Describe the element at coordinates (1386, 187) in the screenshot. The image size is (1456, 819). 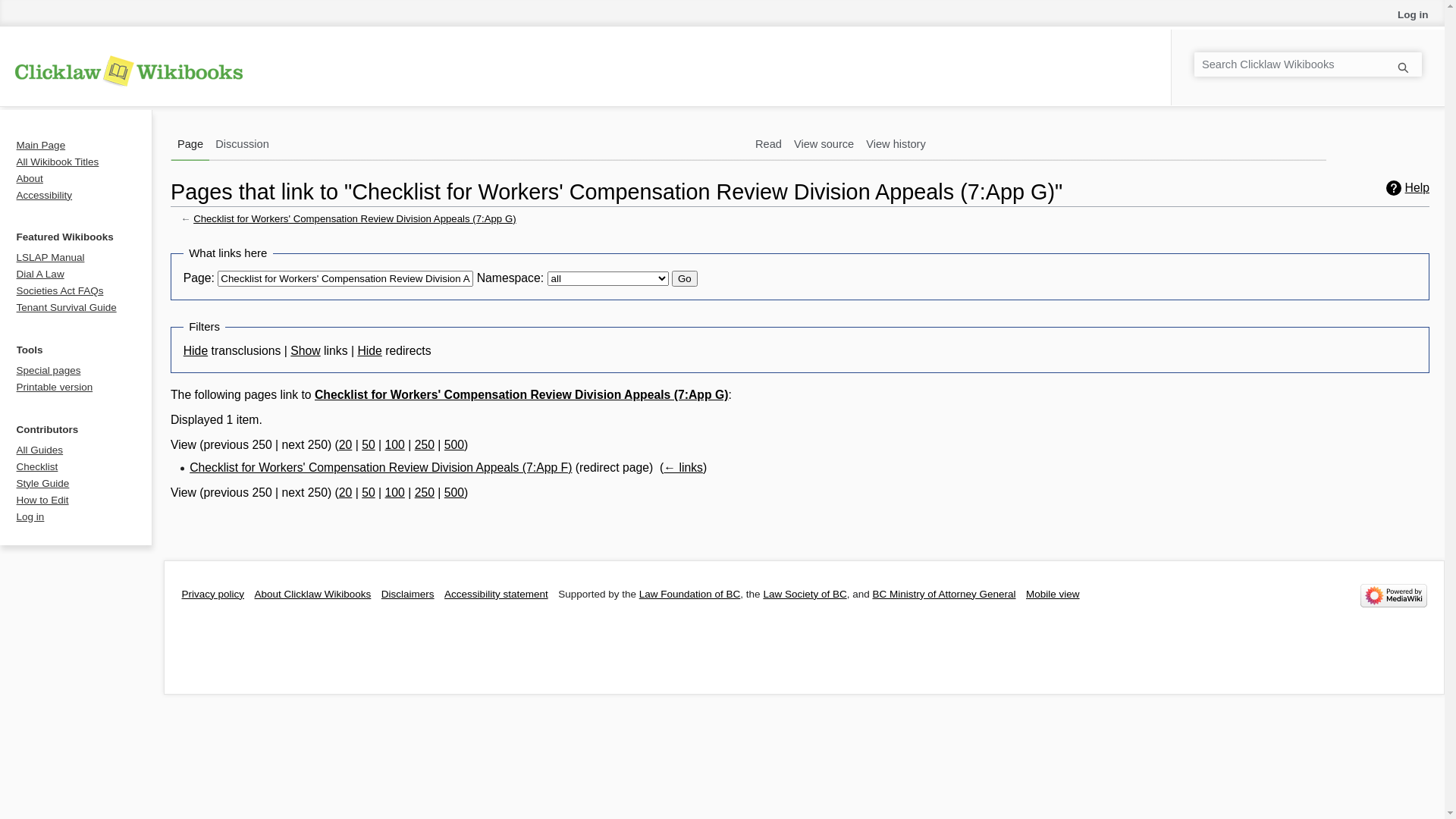
I see `'Help'` at that location.